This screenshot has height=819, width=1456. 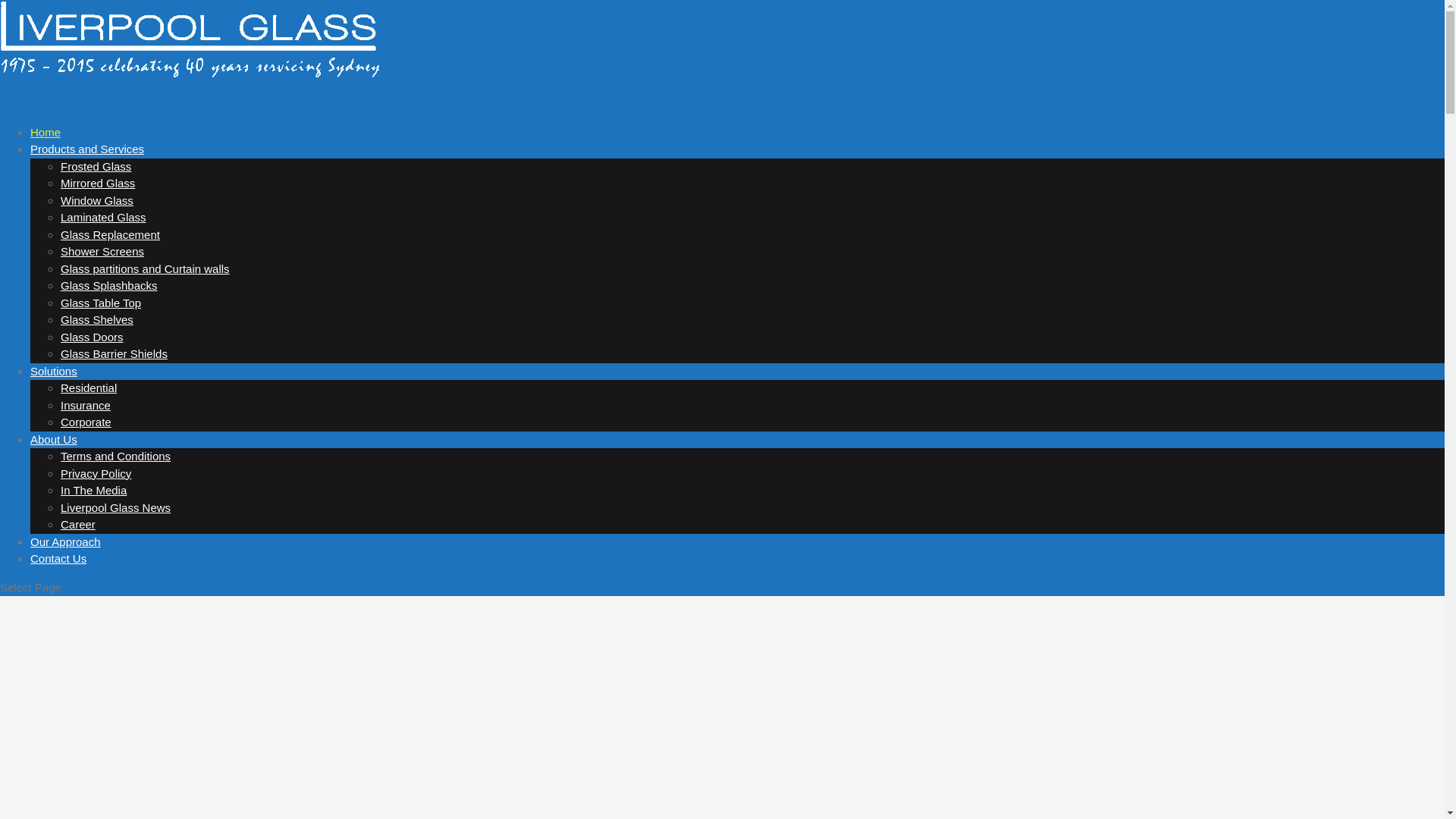 I want to click on 'Career', so click(x=77, y=523).